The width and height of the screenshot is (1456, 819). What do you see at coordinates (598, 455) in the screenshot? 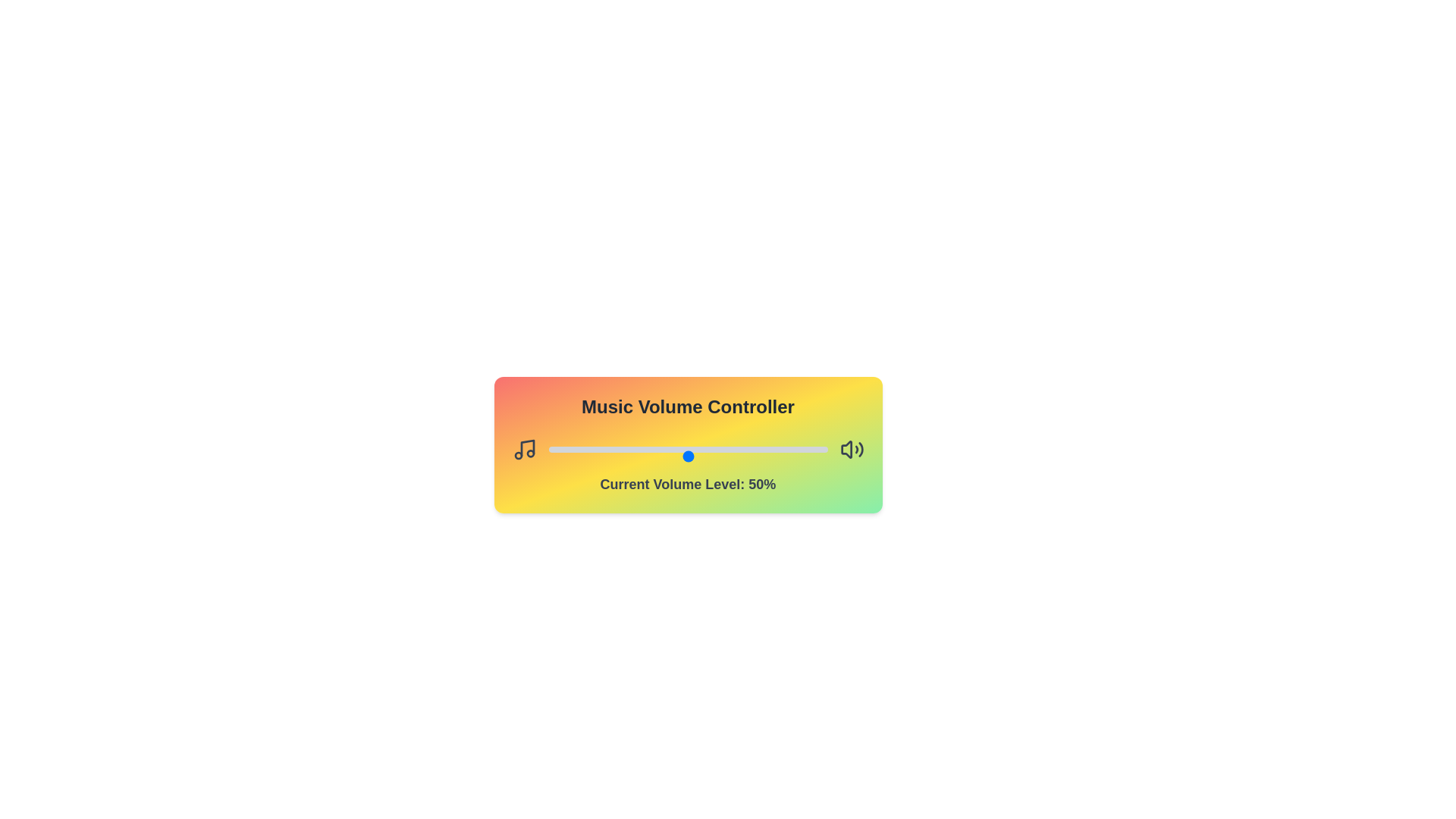
I see `the volume slider to 18%` at bounding box center [598, 455].